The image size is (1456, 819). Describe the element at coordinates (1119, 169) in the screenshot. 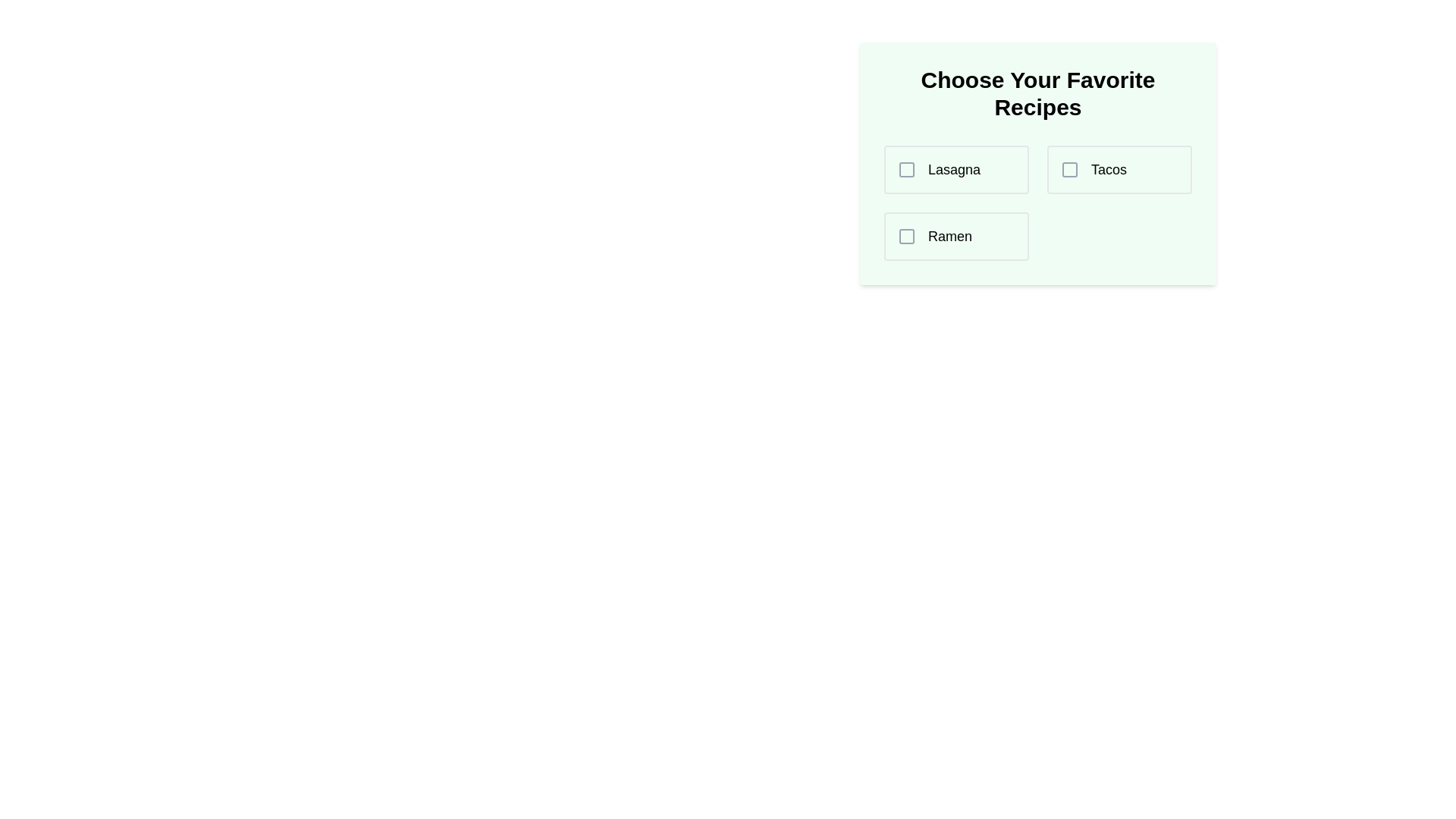

I see `the checkbox labeled 'Tacos' to receive additional interaction feedback` at that location.